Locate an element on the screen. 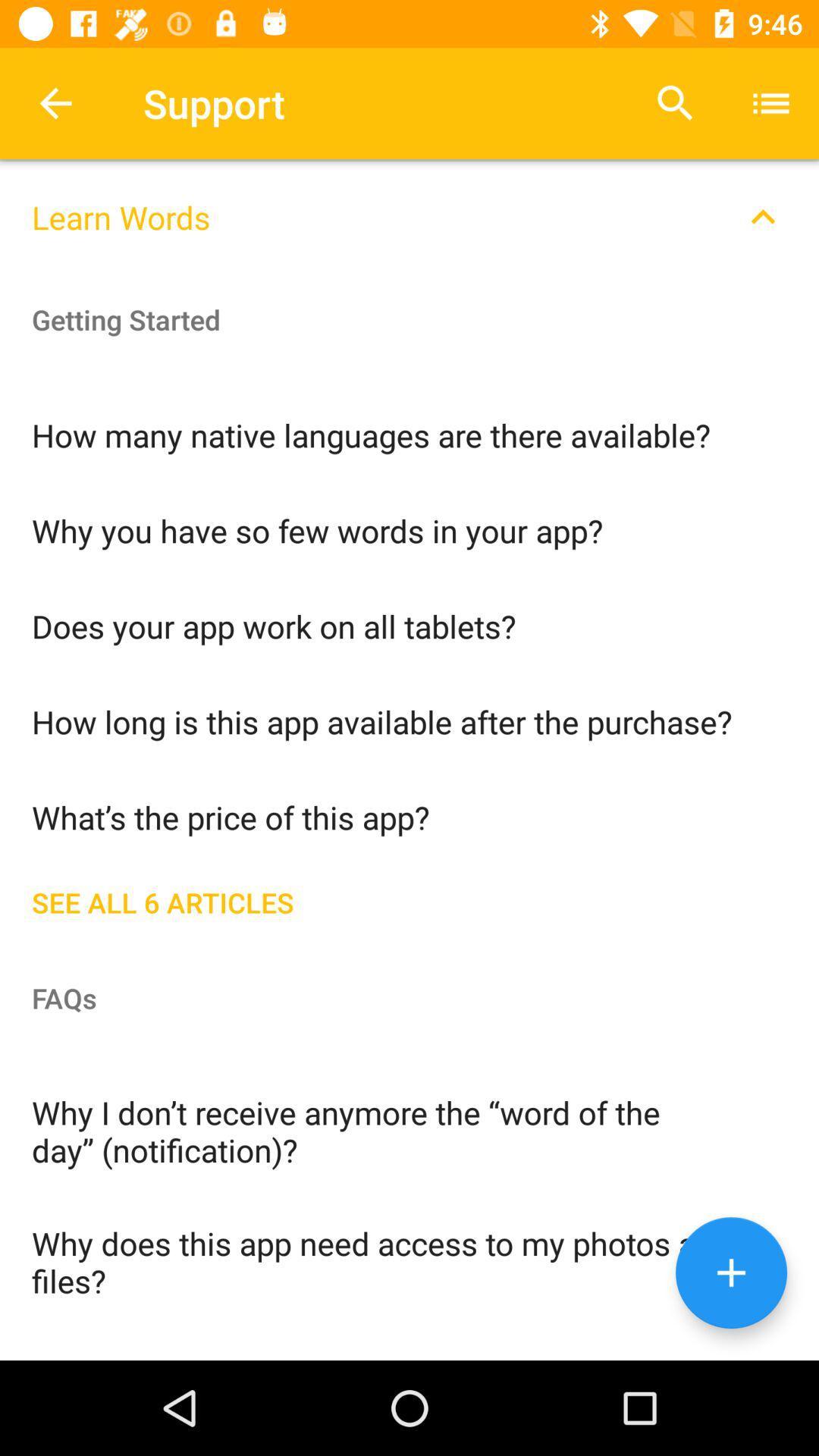 This screenshot has height=1456, width=819. icon above the faqs icon is located at coordinates (409, 899).